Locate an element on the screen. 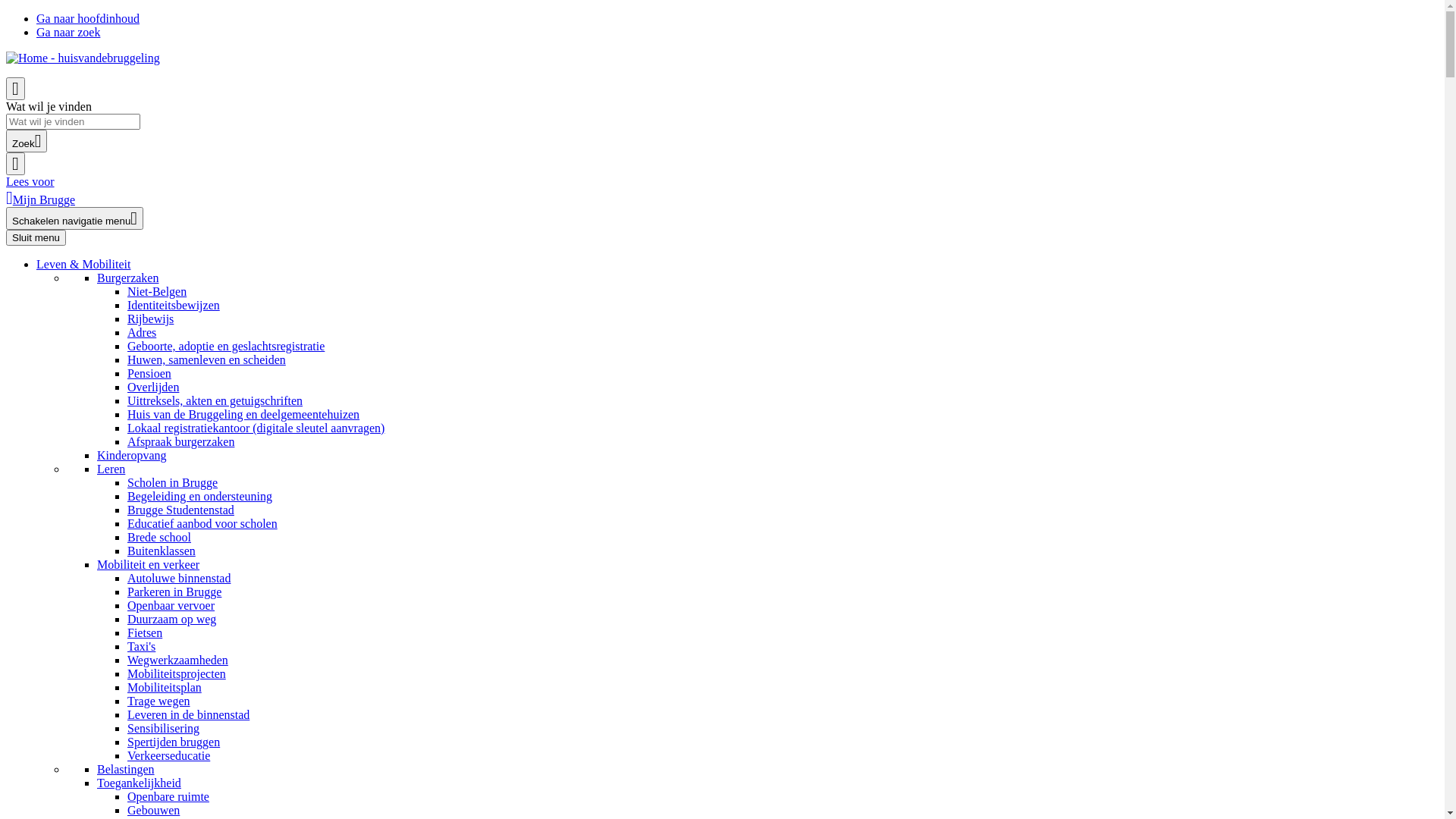  'Huis van de Bruggeling en deelgemeentehuizen' is located at coordinates (243, 414).